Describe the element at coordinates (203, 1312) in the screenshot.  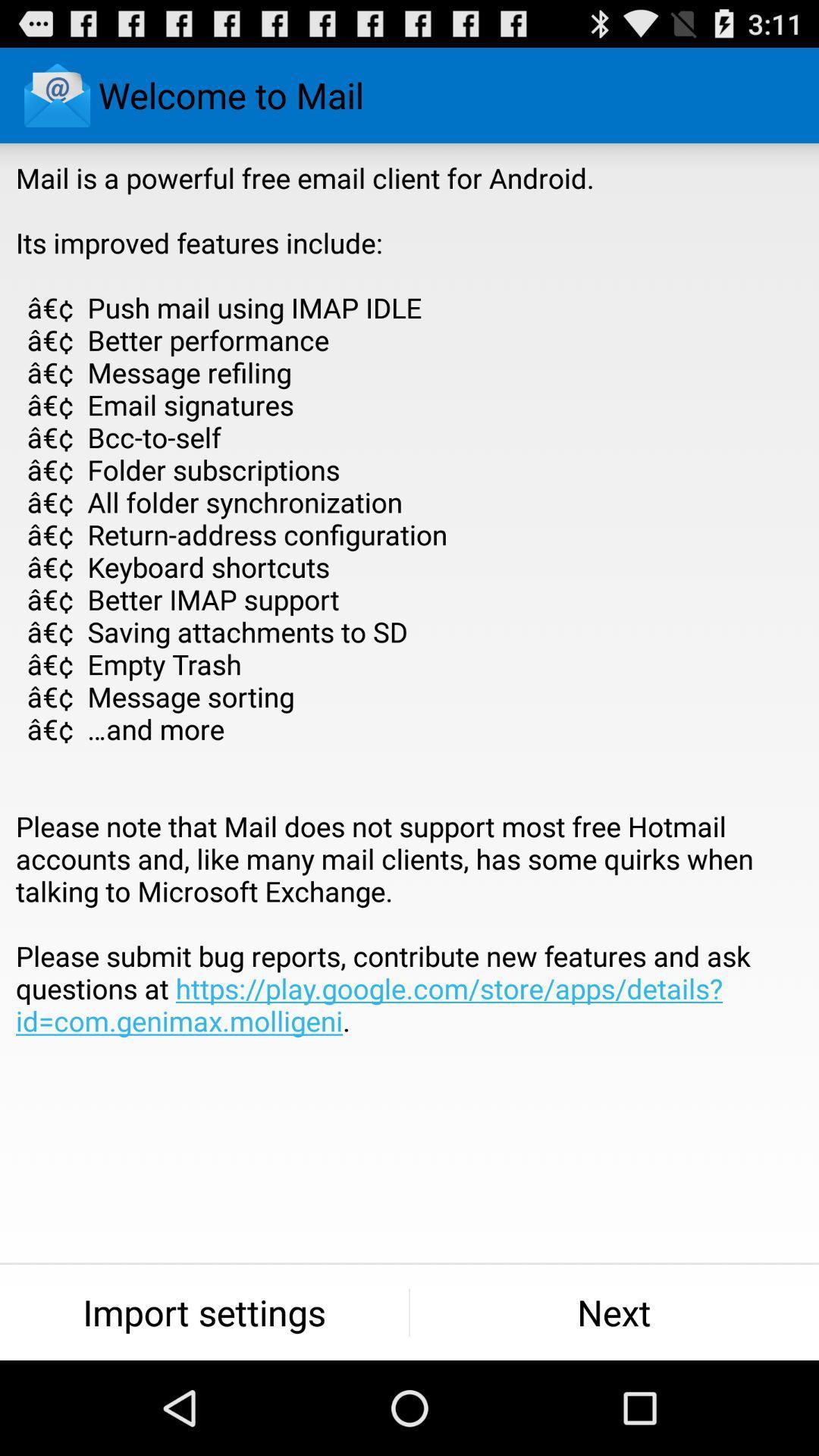
I see `the import settings item` at that location.